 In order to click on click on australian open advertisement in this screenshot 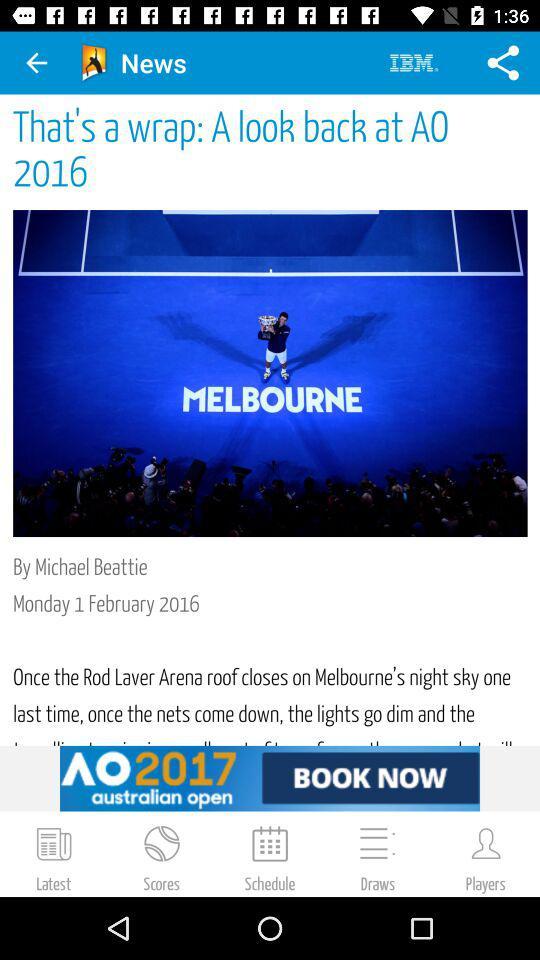, I will do `click(270, 777)`.